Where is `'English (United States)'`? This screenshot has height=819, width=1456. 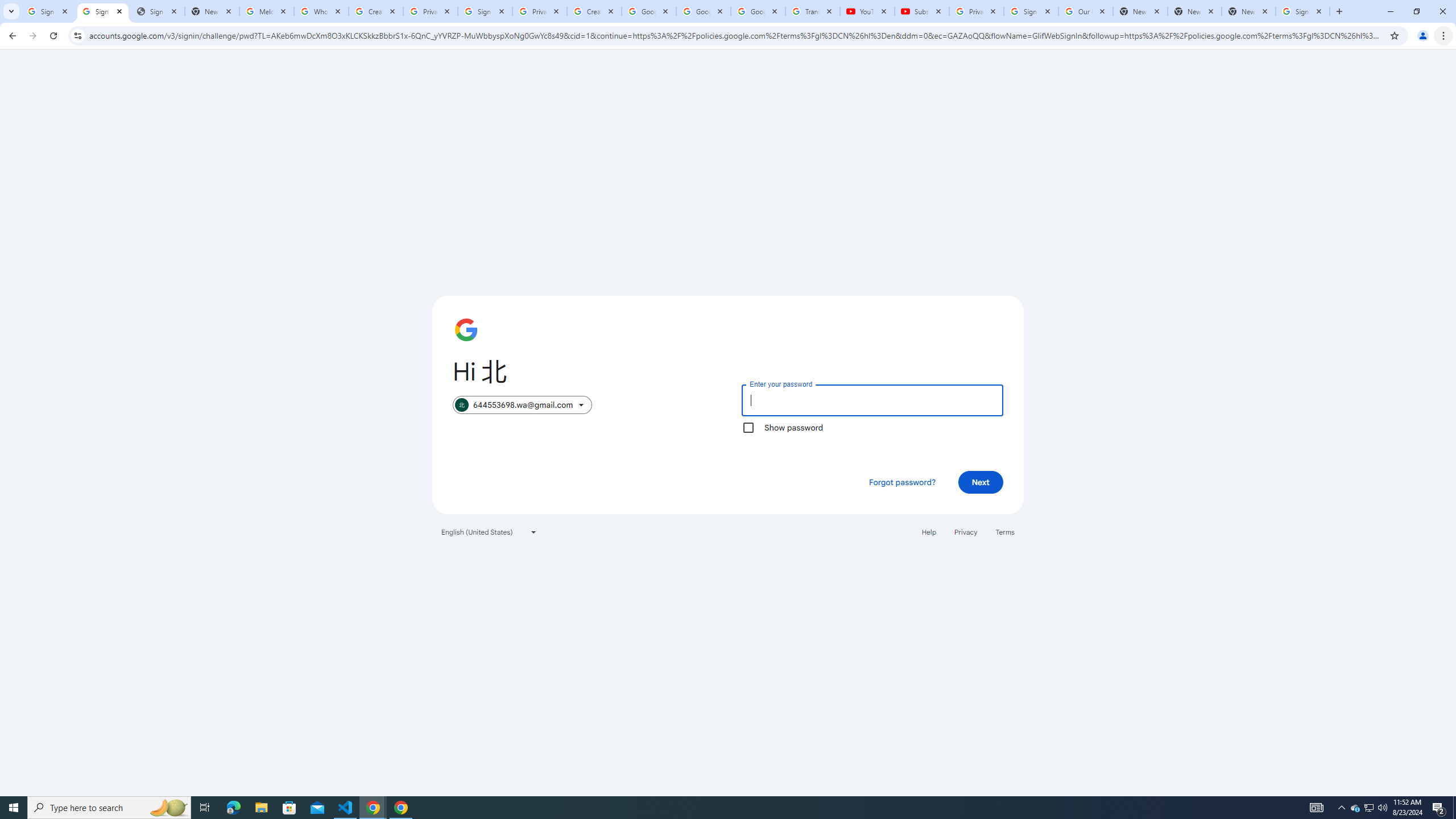
'English (United States)' is located at coordinates (489, 531).